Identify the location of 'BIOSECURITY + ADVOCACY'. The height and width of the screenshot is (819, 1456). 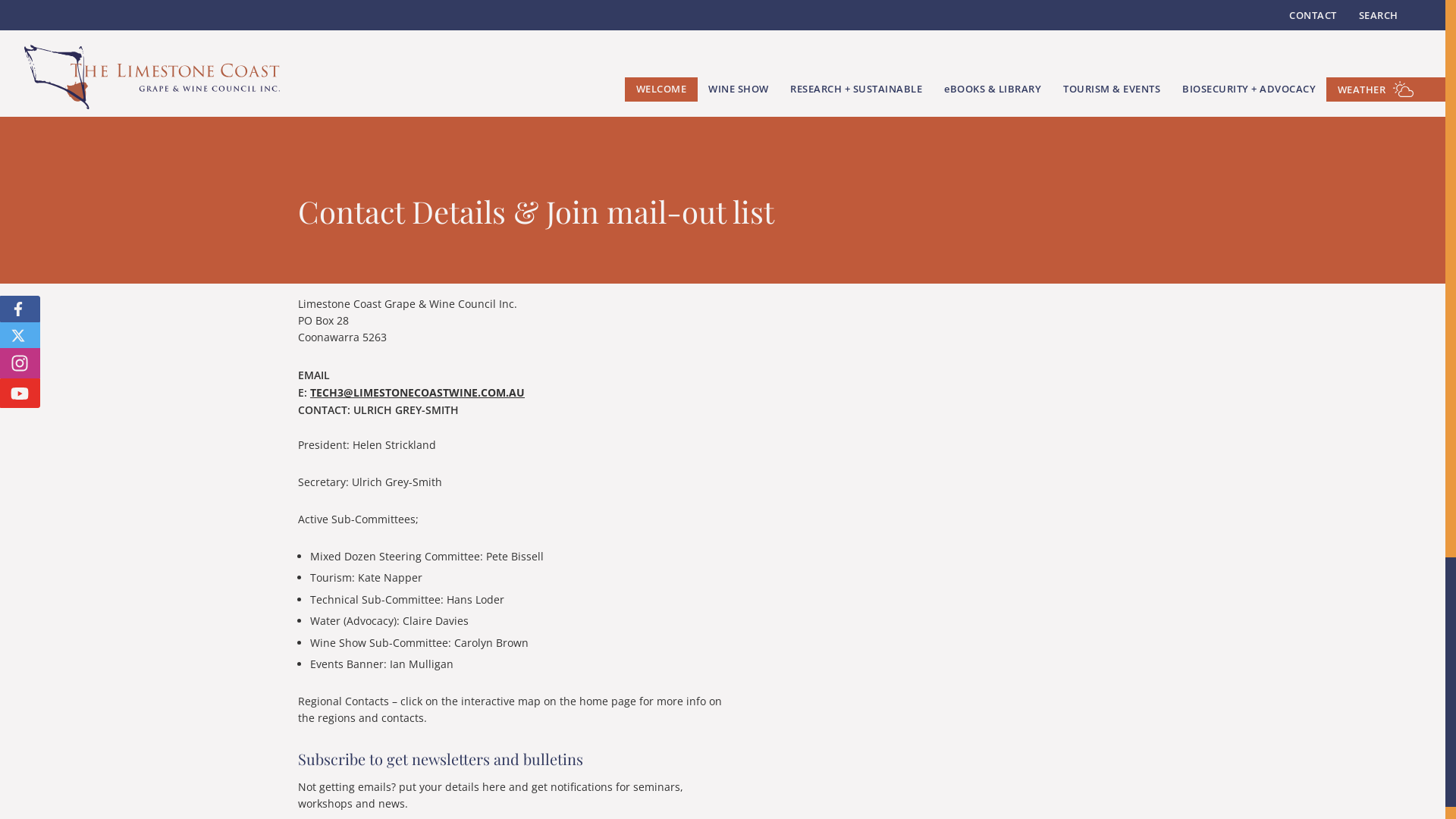
(1249, 89).